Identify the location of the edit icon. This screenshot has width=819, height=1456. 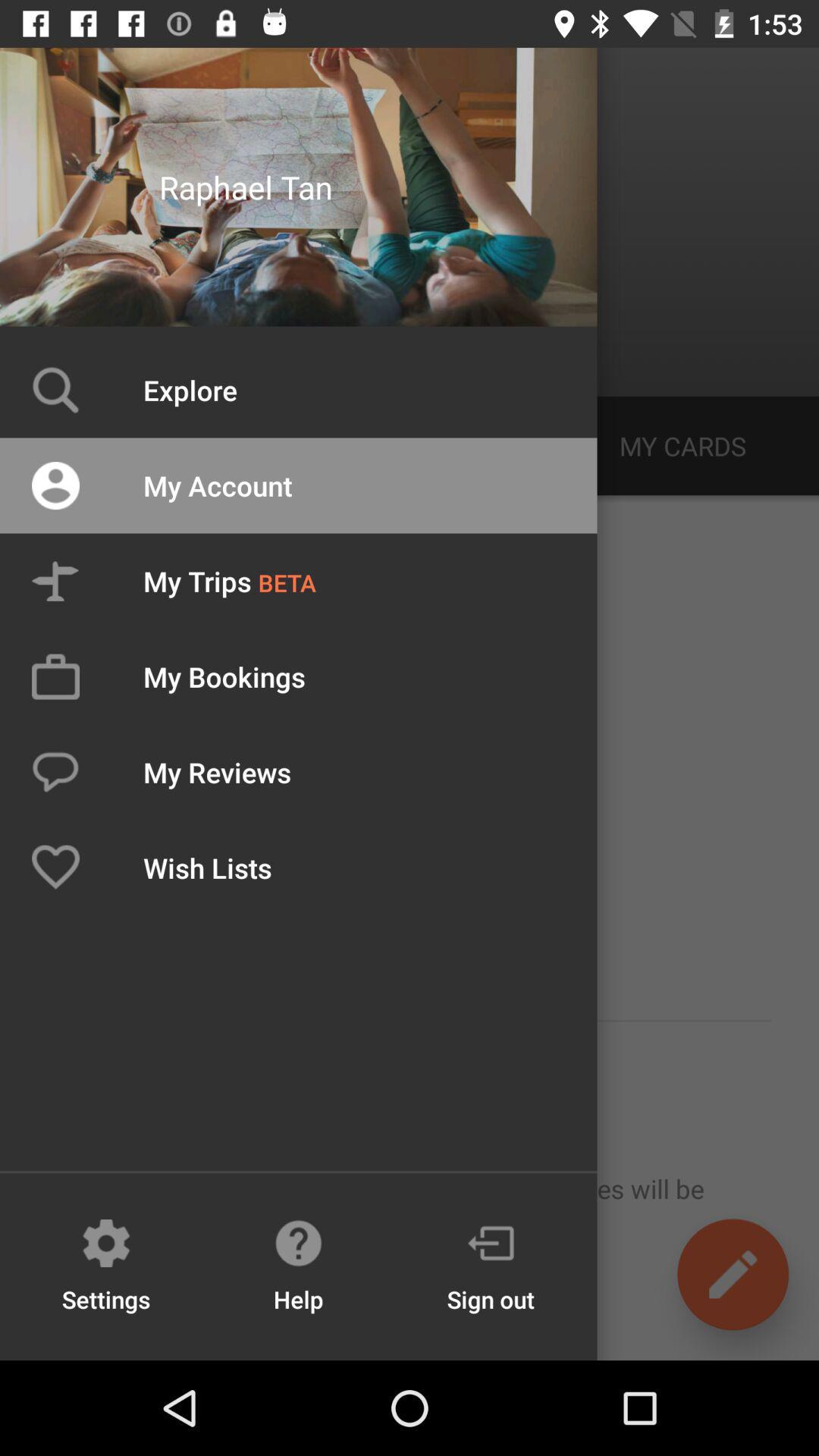
(732, 1274).